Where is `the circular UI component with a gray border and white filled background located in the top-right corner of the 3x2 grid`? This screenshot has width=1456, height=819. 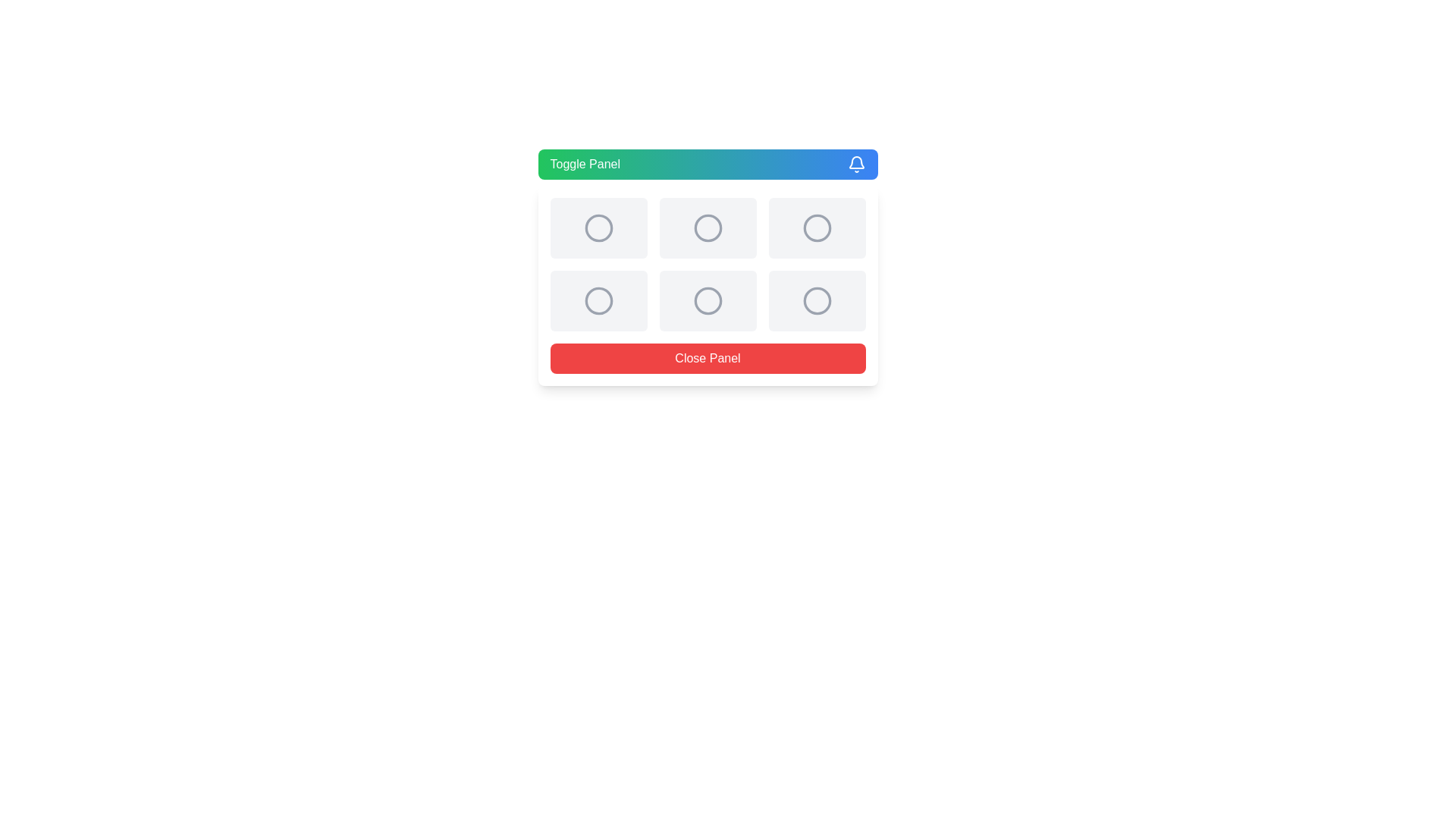
the circular UI component with a gray border and white filled background located in the top-right corner of the 3x2 grid is located at coordinates (816, 227).